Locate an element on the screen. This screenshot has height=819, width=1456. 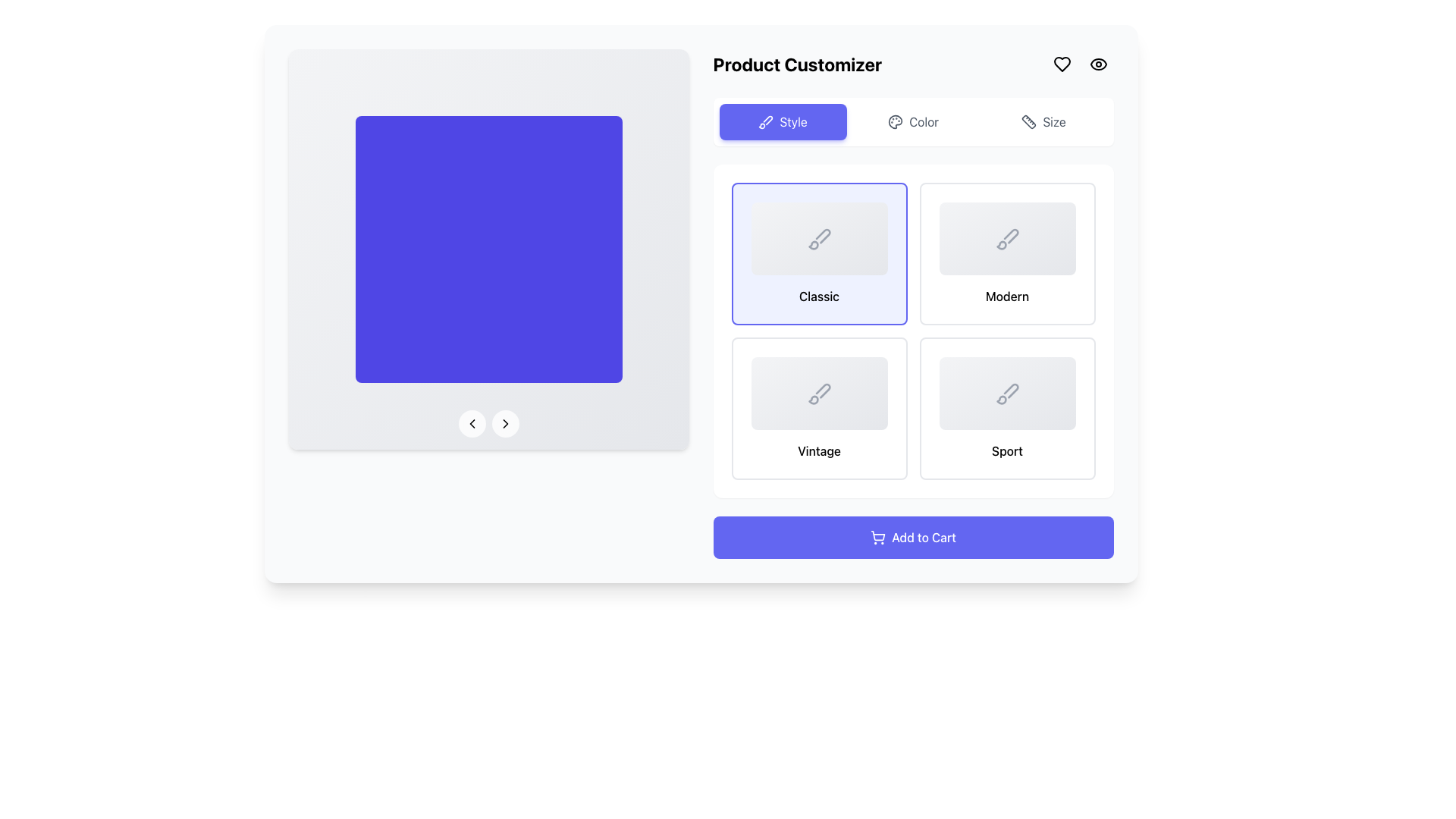
the 'Classic' interactive card in the top-left corner of the product customization interface is located at coordinates (818, 253).